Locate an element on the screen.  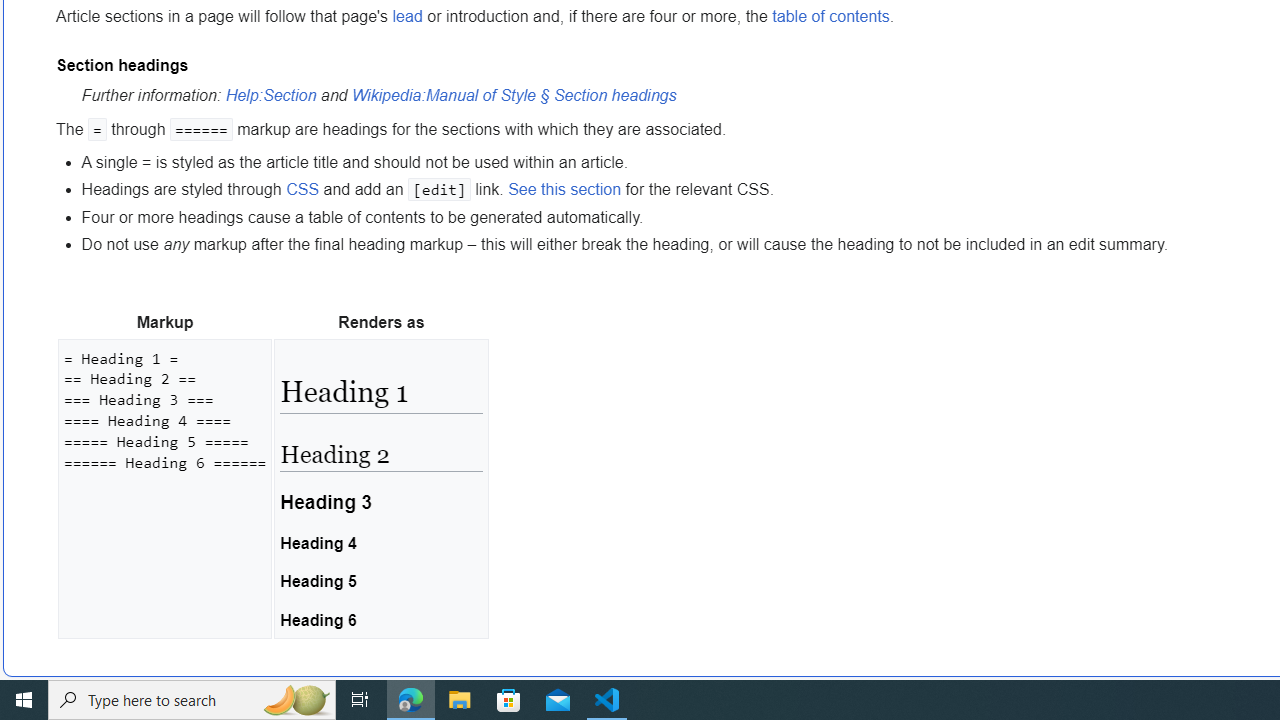
'lead' is located at coordinates (406, 16).